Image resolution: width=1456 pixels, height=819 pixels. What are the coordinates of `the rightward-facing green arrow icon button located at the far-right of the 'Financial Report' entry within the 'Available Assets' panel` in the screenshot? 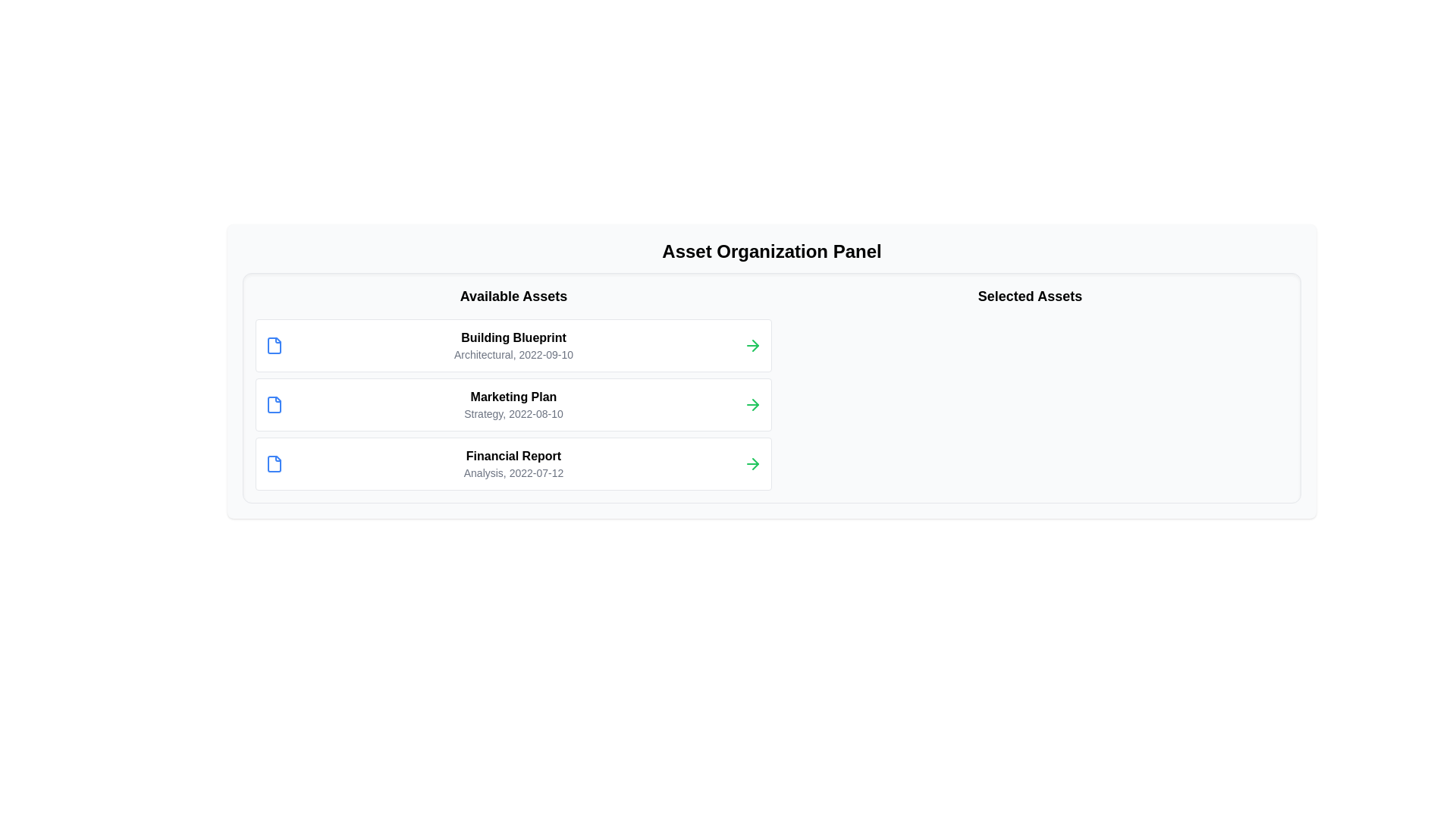 It's located at (753, 463).